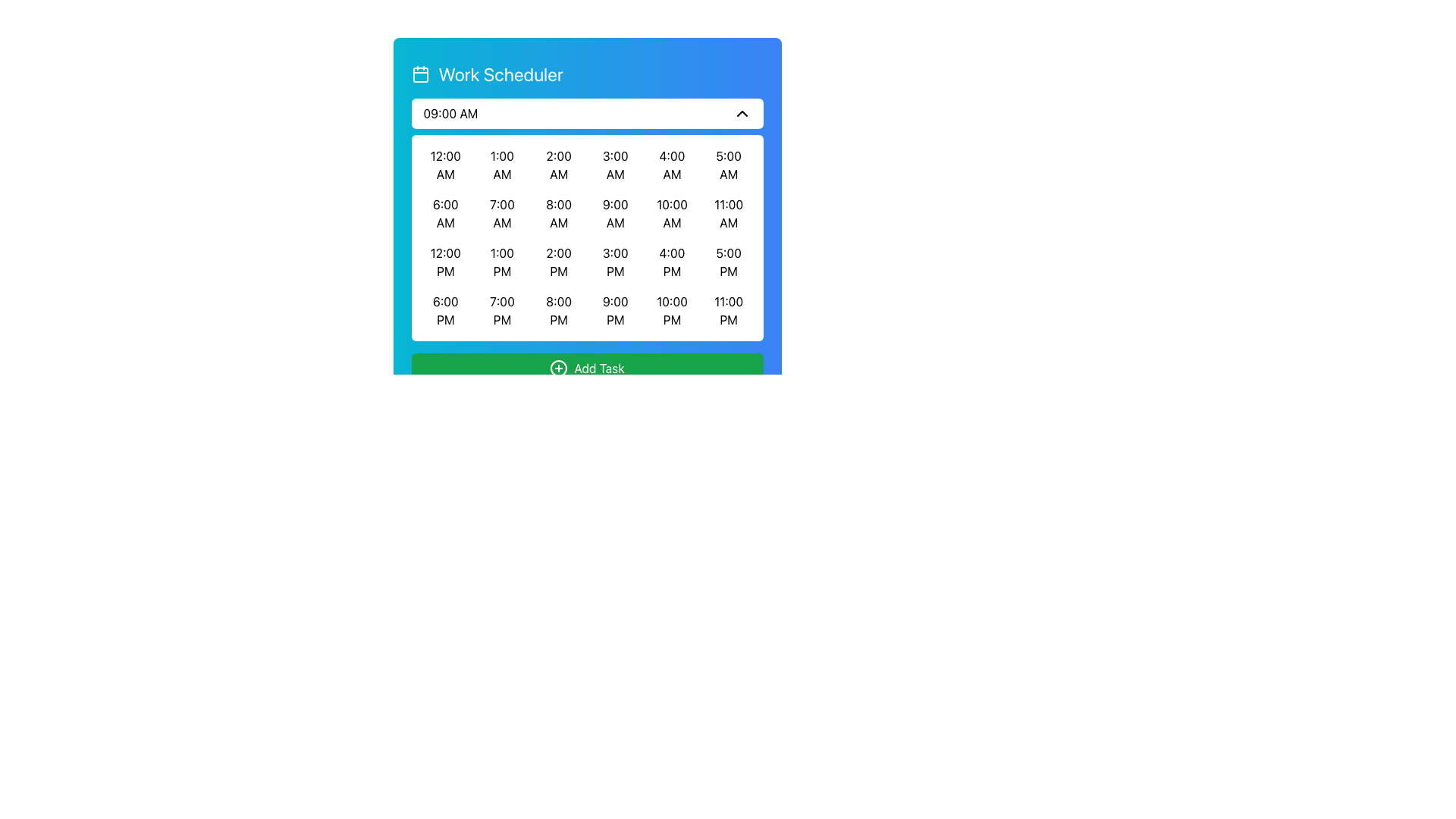 The image size is (1456, 819). I want to click on the time selection button located in the third column of the second row to change its appearance, so click(558, 213).